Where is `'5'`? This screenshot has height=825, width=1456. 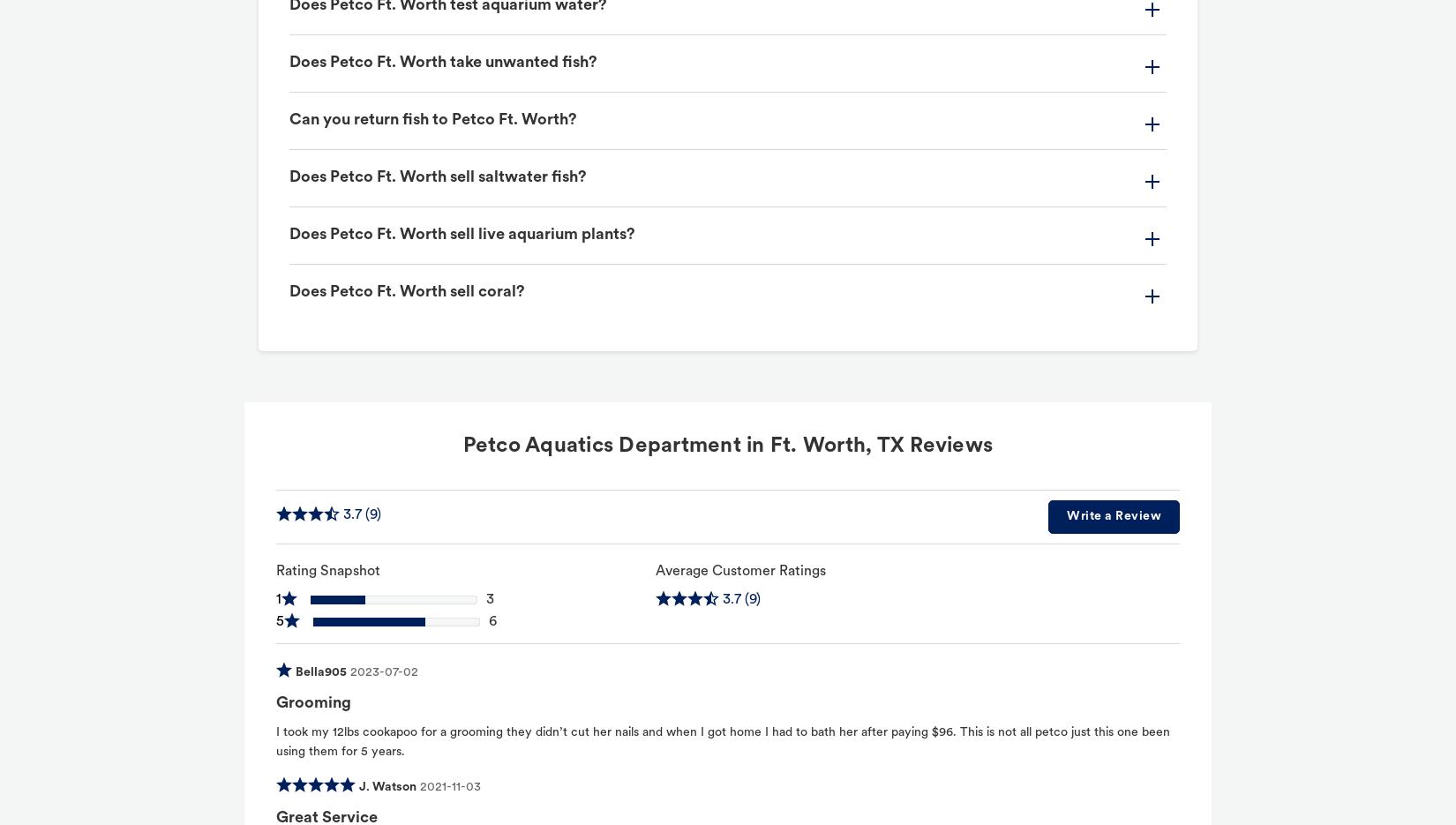 '5' is located at coordinates (276, 620).